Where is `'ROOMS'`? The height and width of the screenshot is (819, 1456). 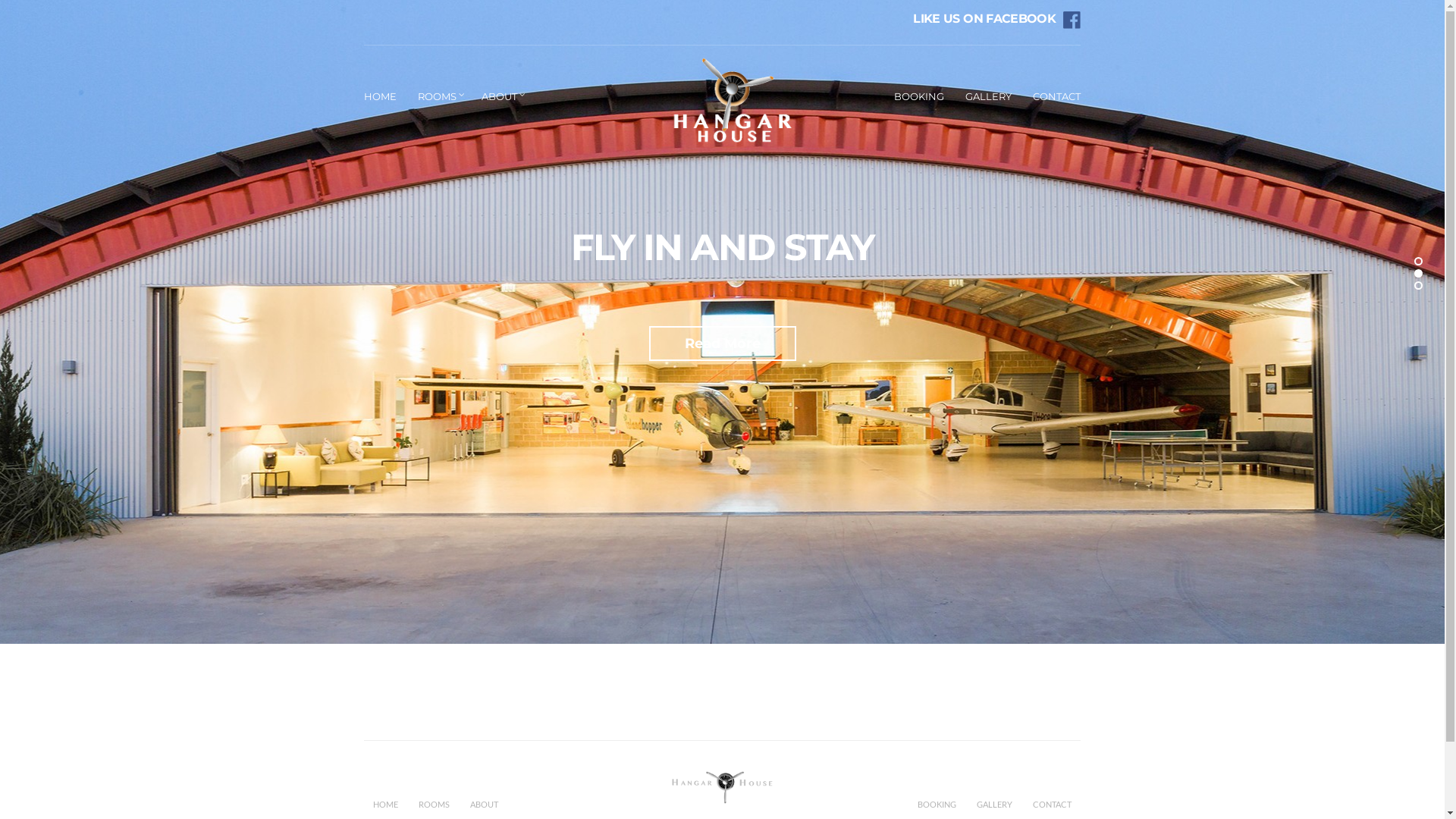 'ROOMS' is located at coordinates (418, 99).